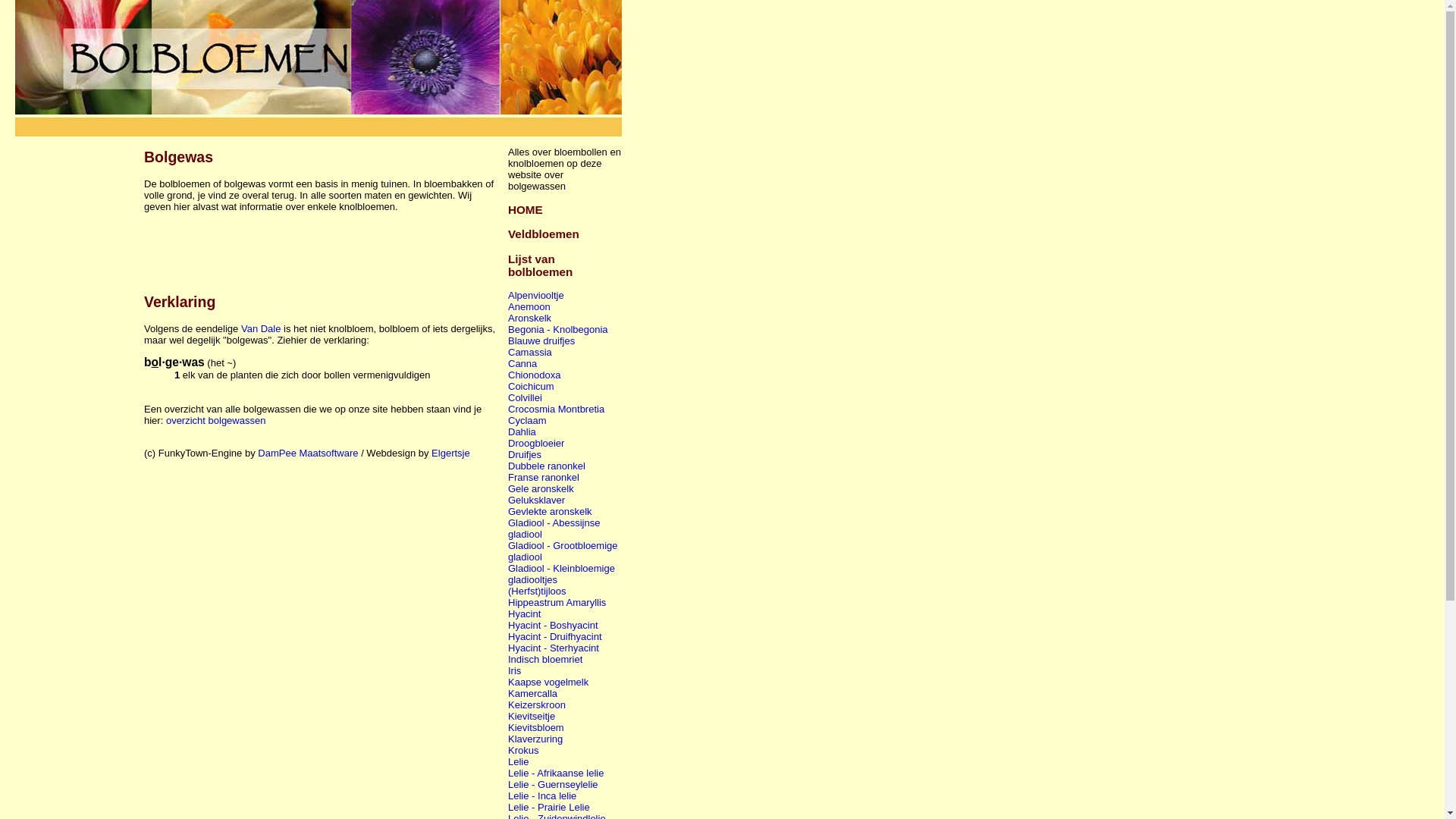 The image size is (1456, 819). Describe the element at coordinates (529, 306) in the screenshot. I see `'Anemoon'` at that location.